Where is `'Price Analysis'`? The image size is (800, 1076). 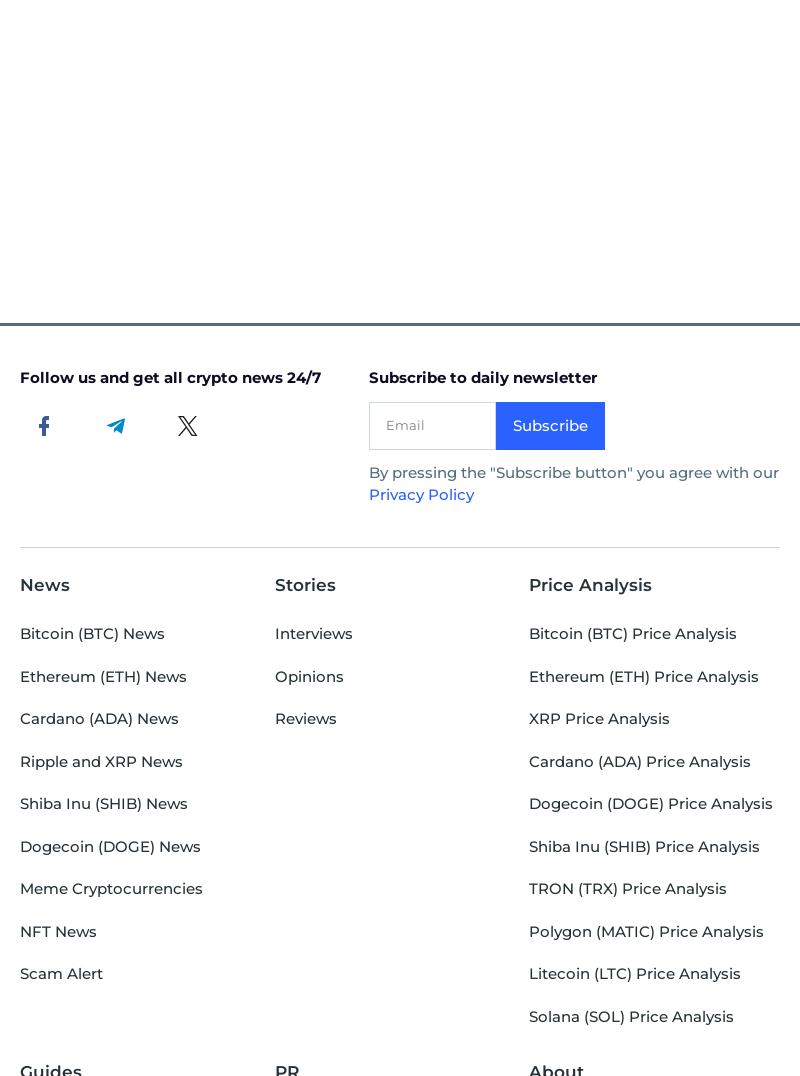
'Price Analysis' is located at coordinates (589, 584).